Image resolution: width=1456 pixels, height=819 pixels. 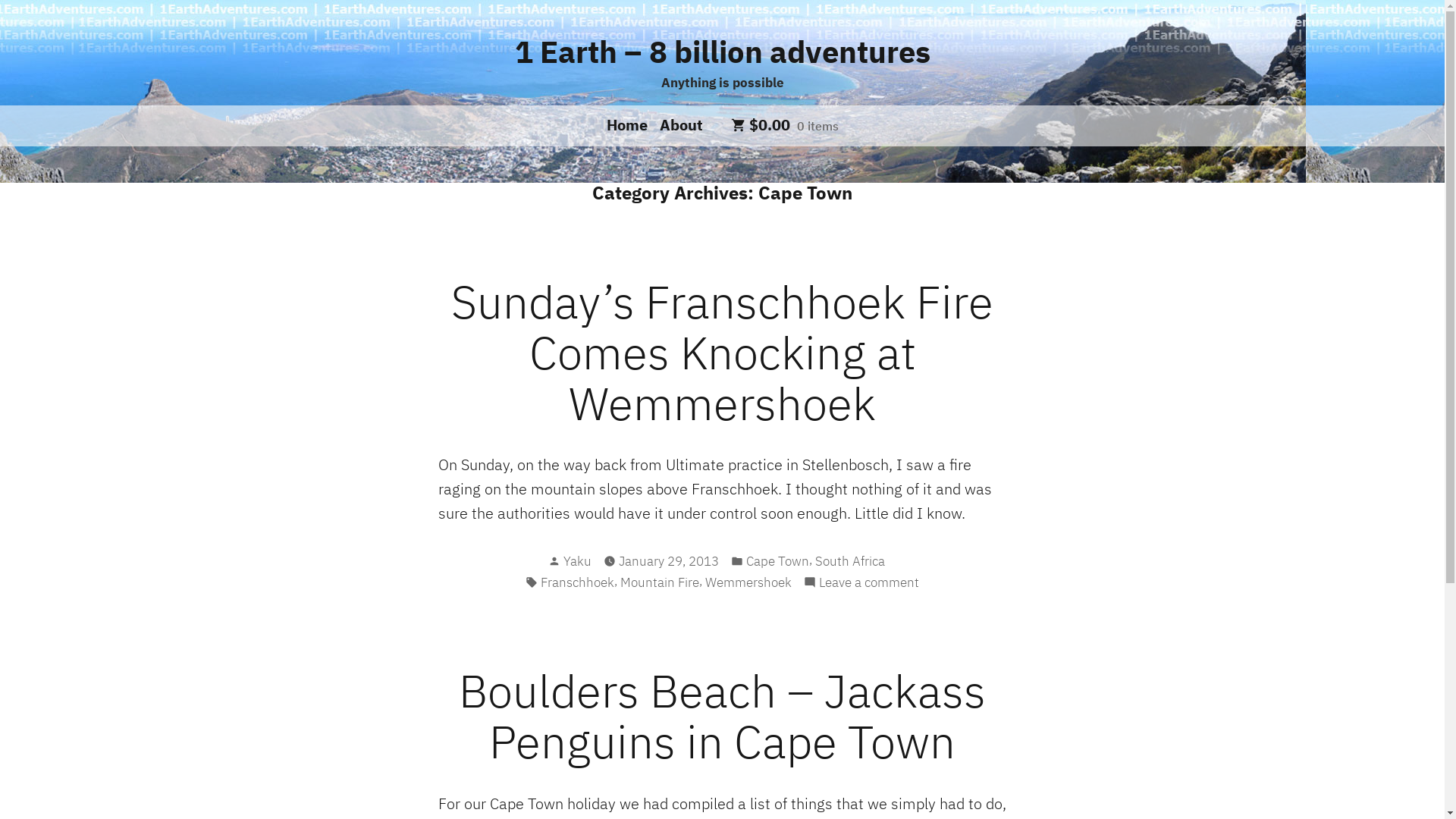 I want to click on '$0.00 0 items', so click(x=785, y=124).